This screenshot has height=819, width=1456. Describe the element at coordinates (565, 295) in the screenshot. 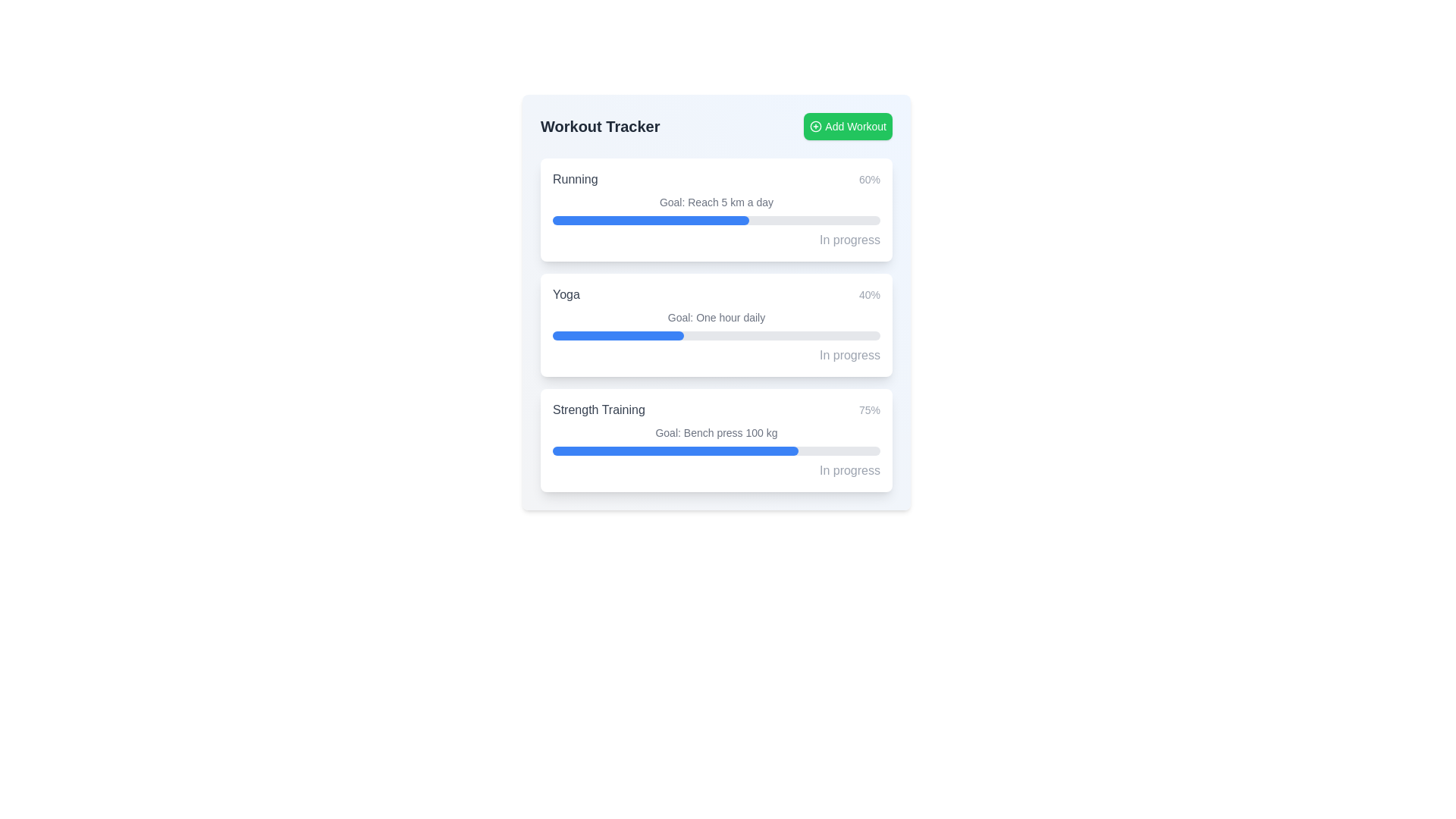

I see `the text label reading 'Yoga' which is styled with a medium font weight and gray color (#707070), located near the top-left corner of the second card in a workout tracker interface` at that location.